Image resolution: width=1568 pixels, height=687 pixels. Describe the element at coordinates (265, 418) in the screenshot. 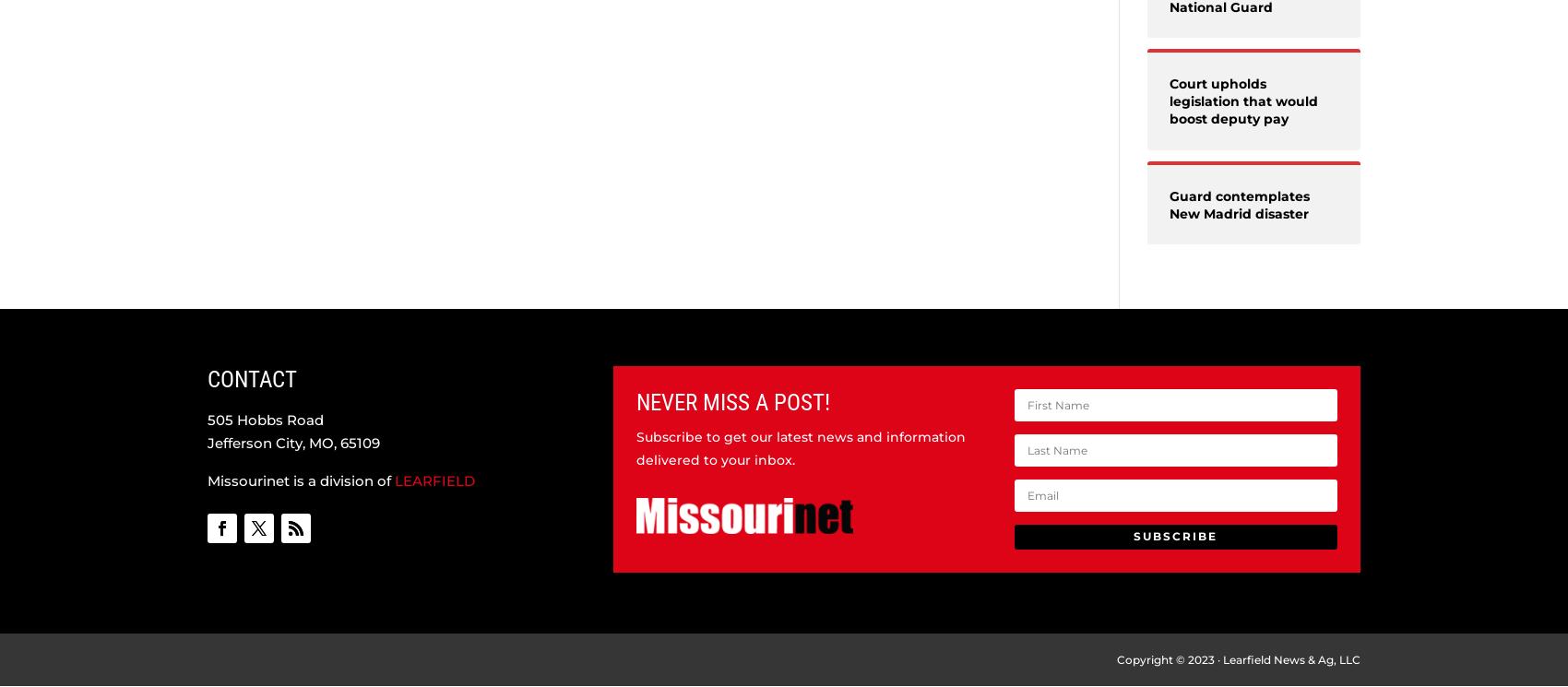

I see `'505 Hobbs Road'` at that location.